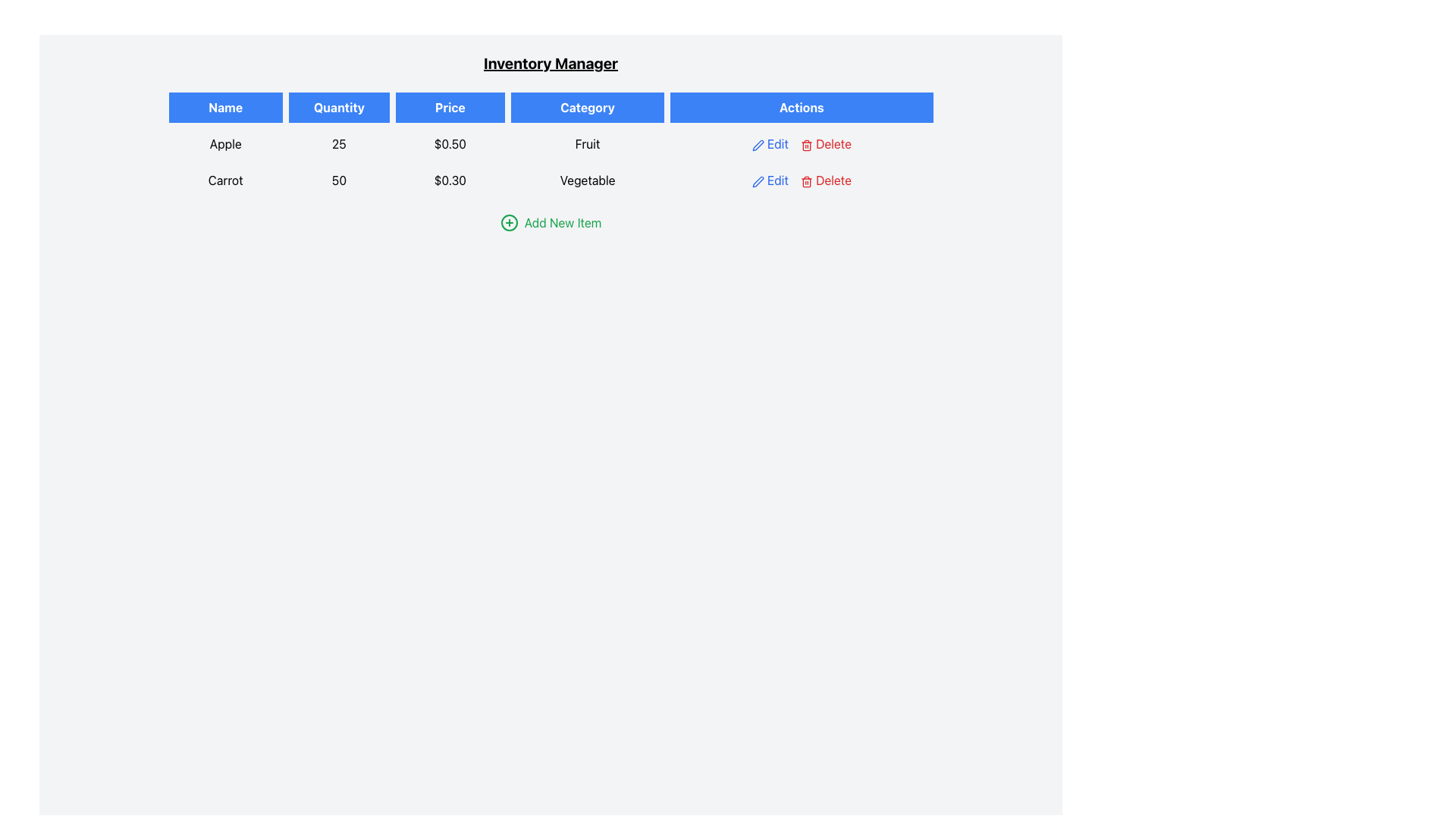  What do you see at coordinates (338, 180) in the screenshot?
I see `the static text field displaying '50' in the 'Quantity' column of the table, located in the second row between 'Carrot' and '$0.30'` at bounding box center [338, 180].